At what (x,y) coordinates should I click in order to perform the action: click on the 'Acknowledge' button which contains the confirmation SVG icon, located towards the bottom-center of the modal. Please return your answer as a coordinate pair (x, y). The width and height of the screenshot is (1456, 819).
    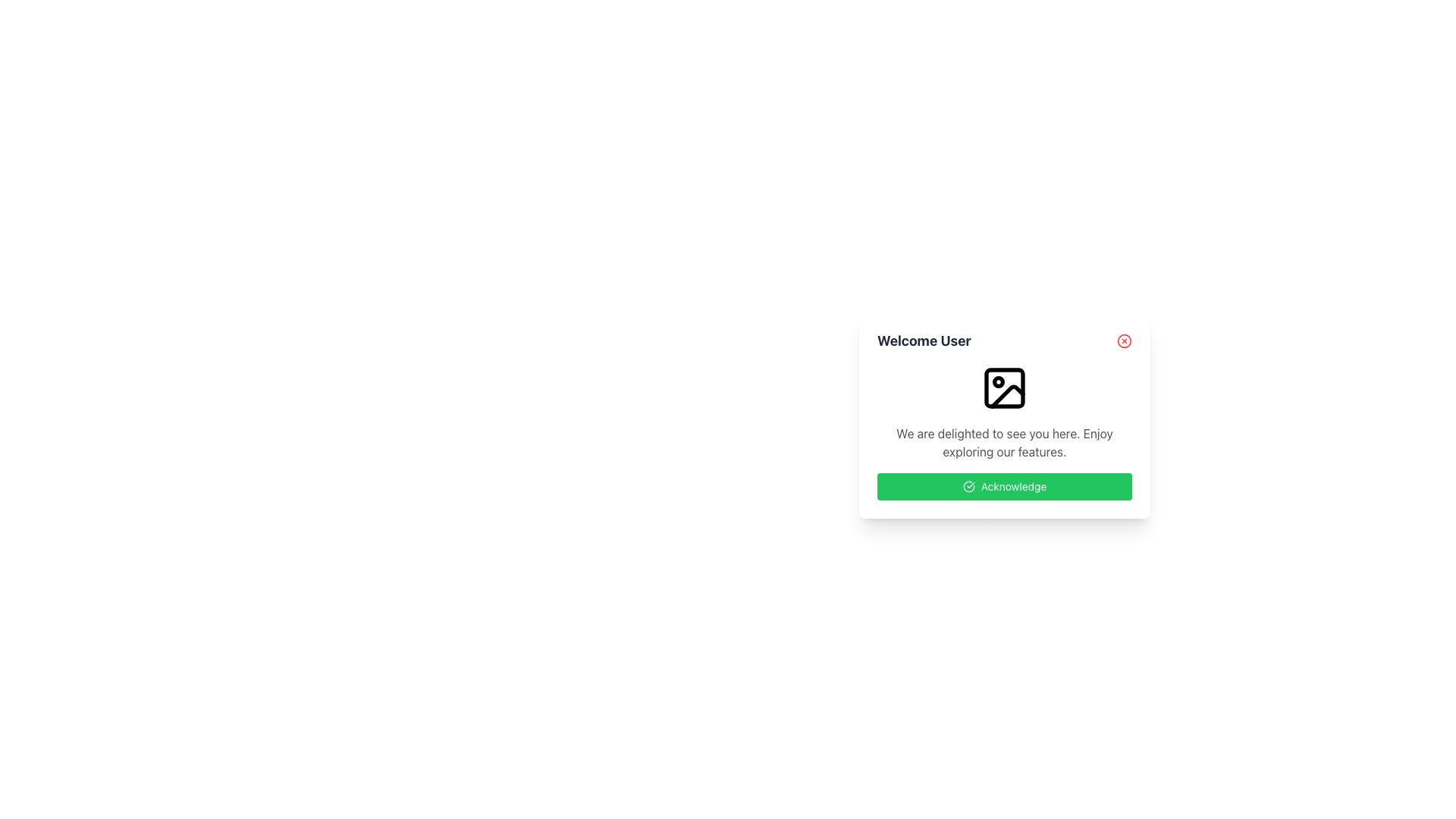
    Looking at the image, I should click on (968, 486).